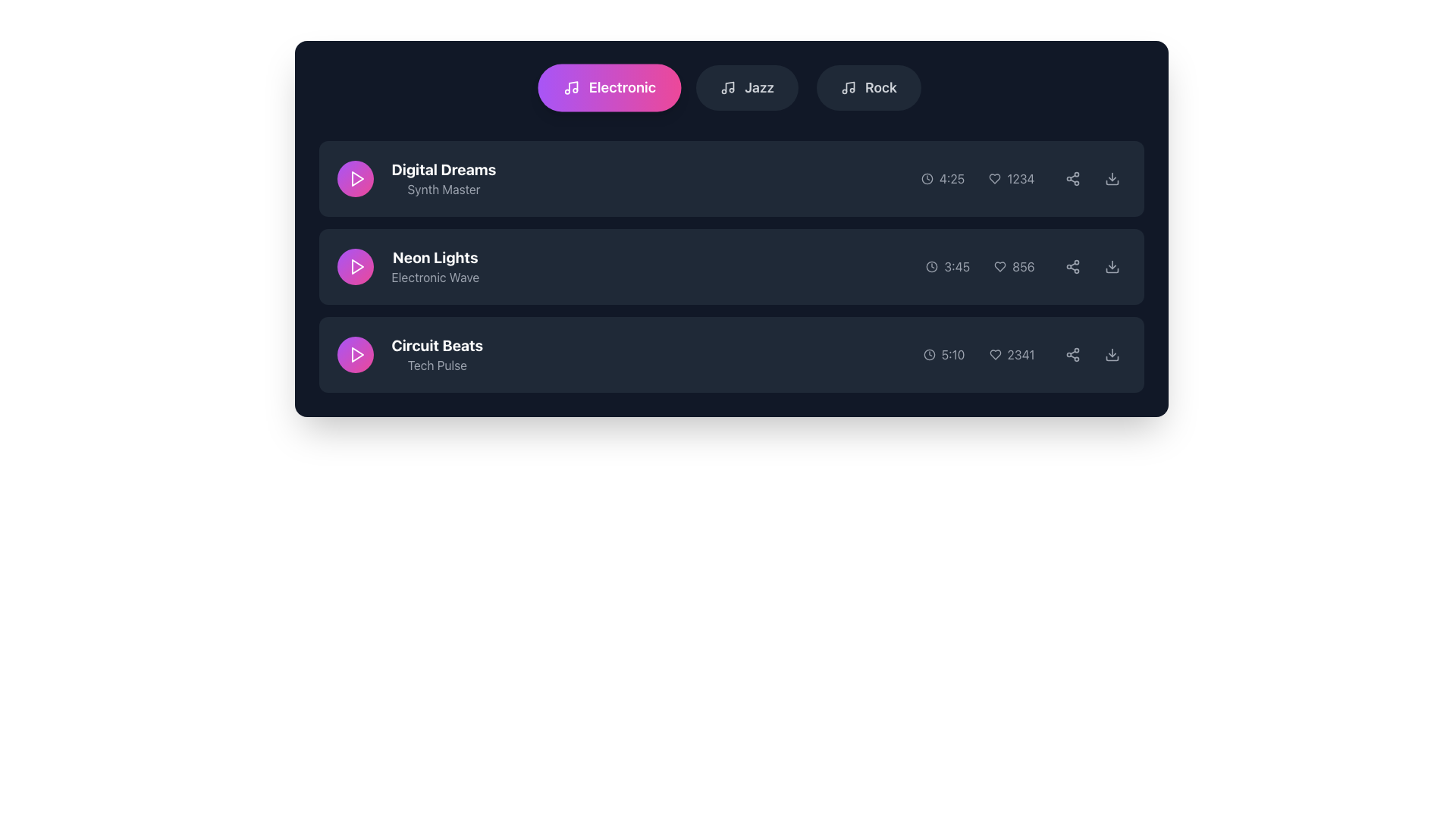 The image size is (1456, 819). What do you see at coordinates (435, 278) in the screenshot?
I see `the descriptive text label for the item 'Neon Lights', which is positioned below the title and aligned with other elements in the second row of the list` at bounding box center [435, 278].